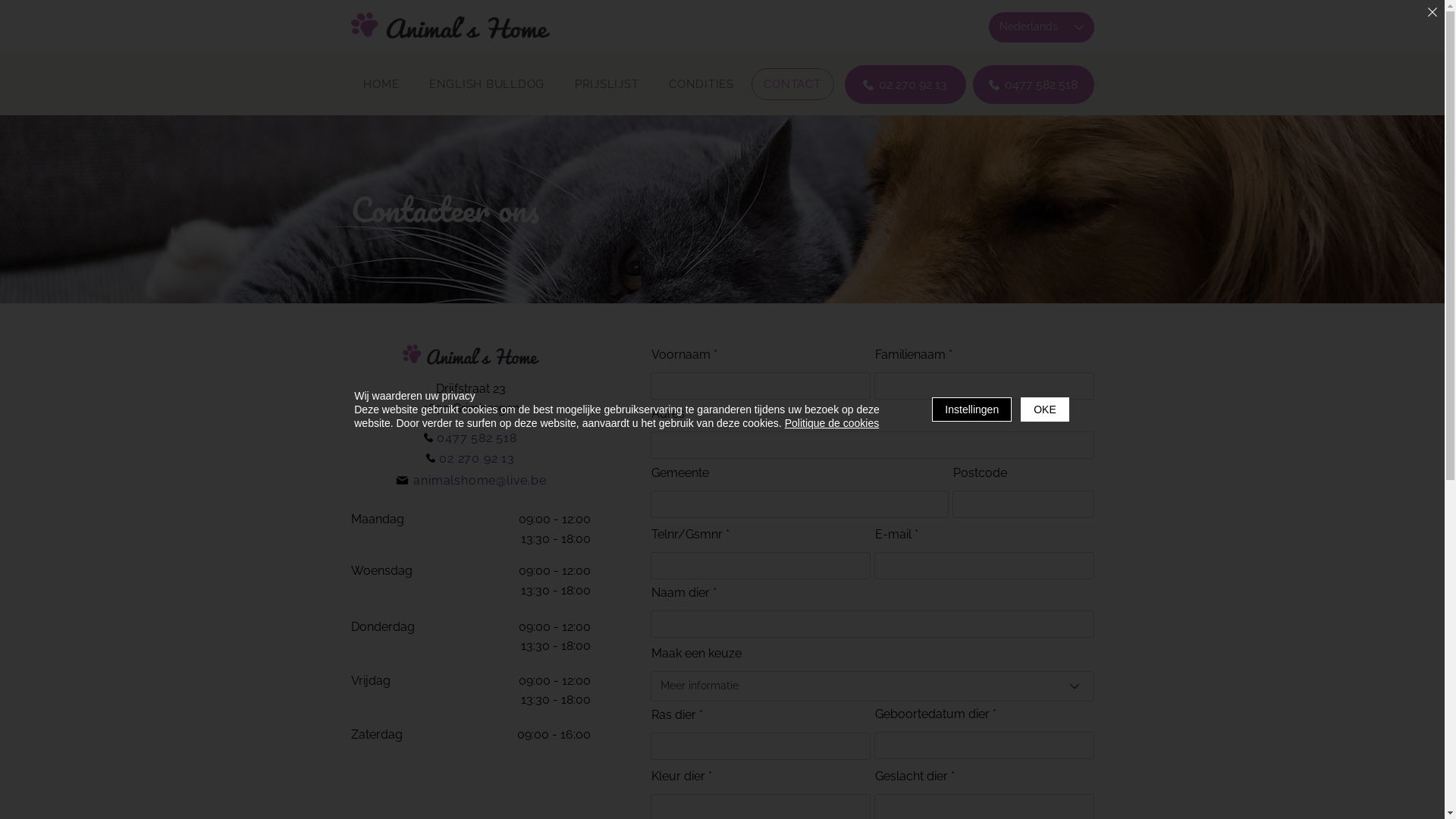 This screenshot has height=819, width=1456. What do you see at coordinates (349, 84) in the screenshot?
I see `'HOME'` at bounding box center [349, 84].